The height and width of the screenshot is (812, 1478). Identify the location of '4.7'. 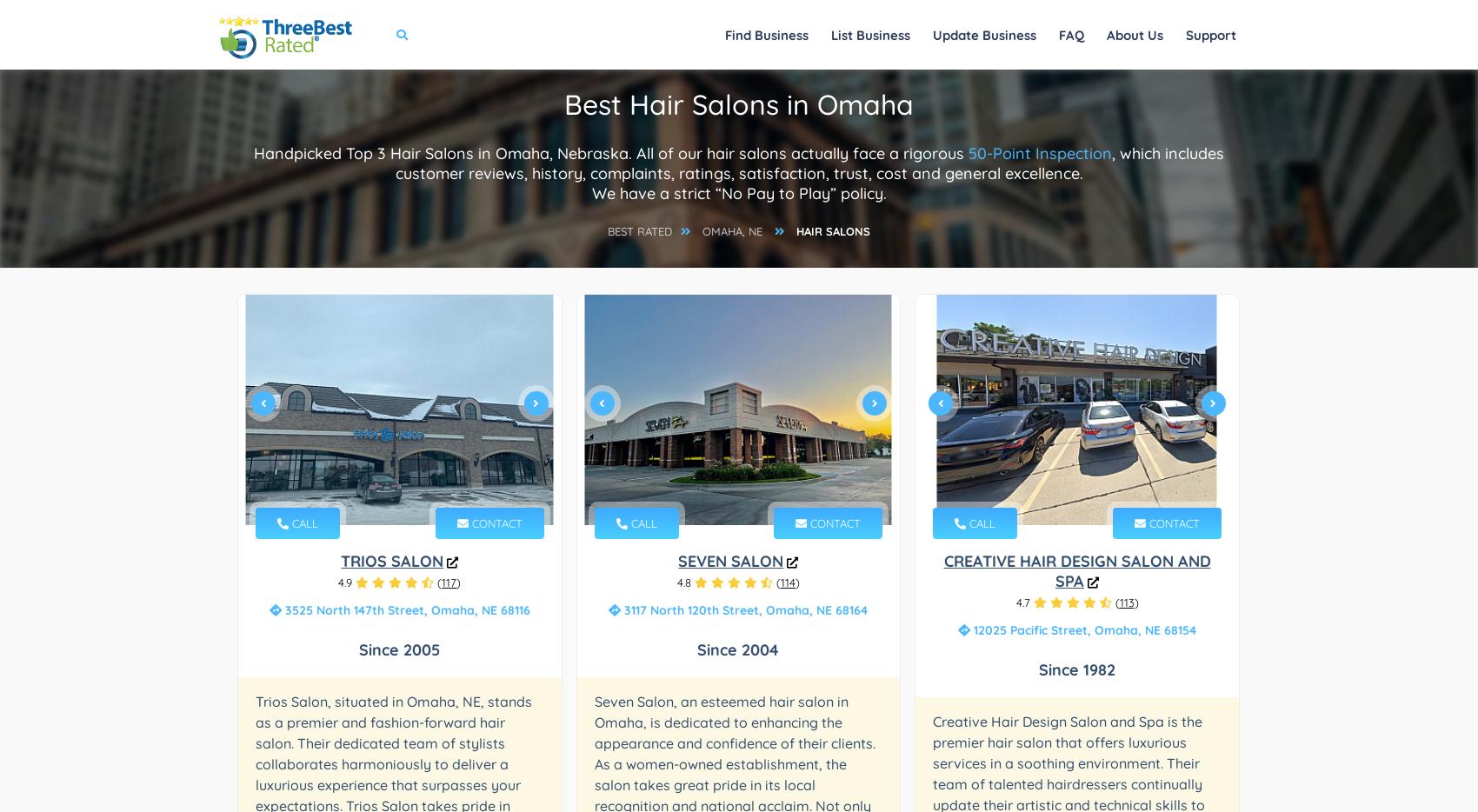
(1015, 602).